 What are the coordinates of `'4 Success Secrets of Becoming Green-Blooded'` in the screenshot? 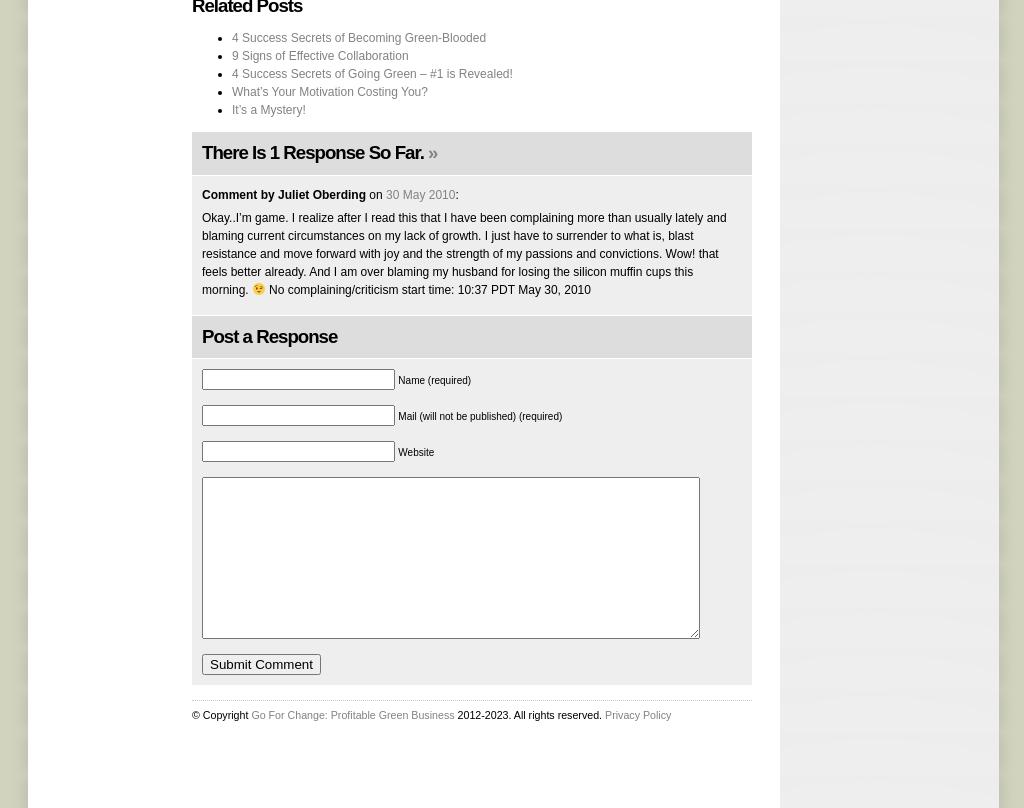 It's located at (359, 37).